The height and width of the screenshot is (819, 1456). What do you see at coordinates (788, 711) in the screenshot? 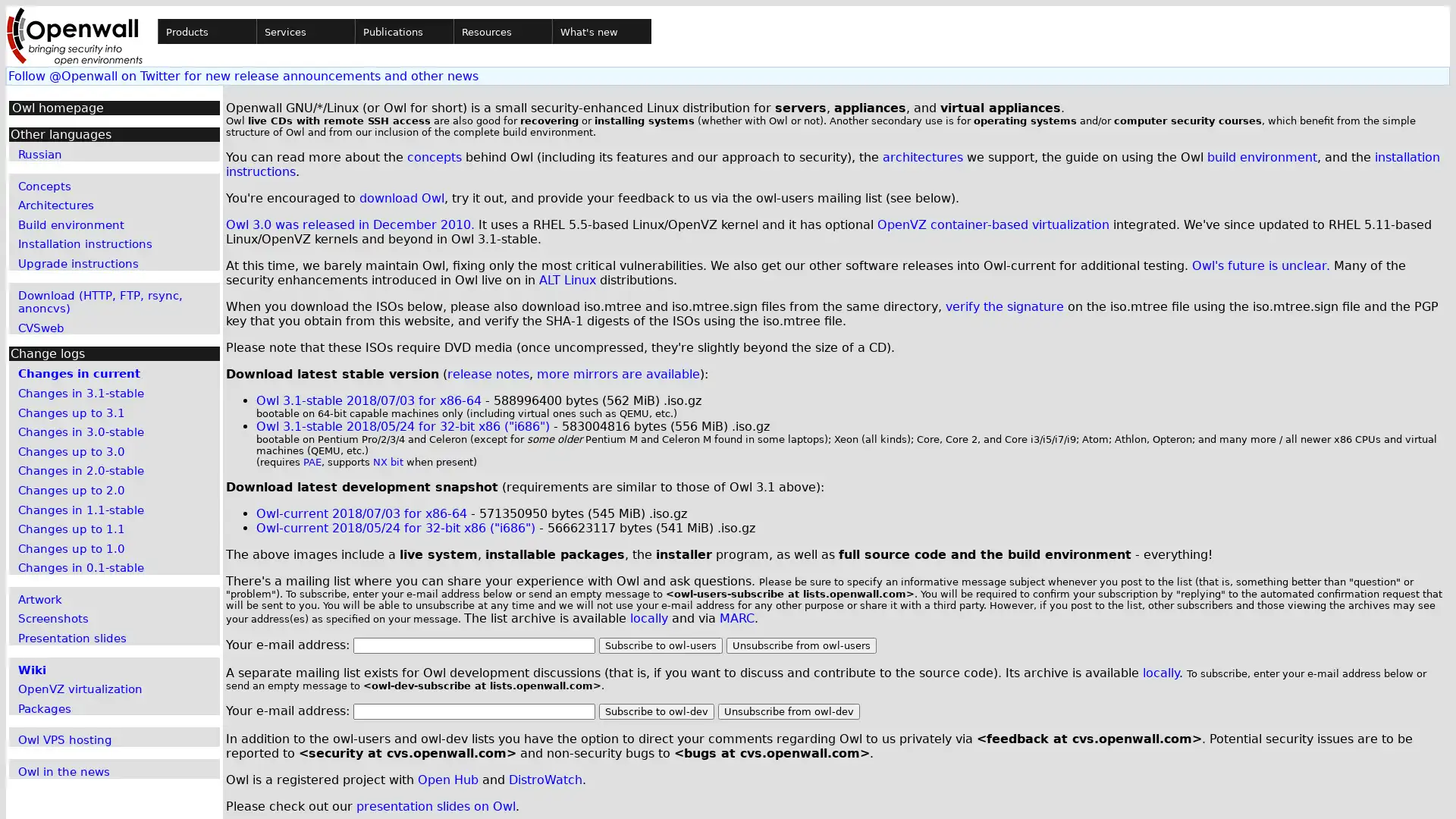
I see `Unsubscribe from owl-dev` at bounding box center [788, 711].